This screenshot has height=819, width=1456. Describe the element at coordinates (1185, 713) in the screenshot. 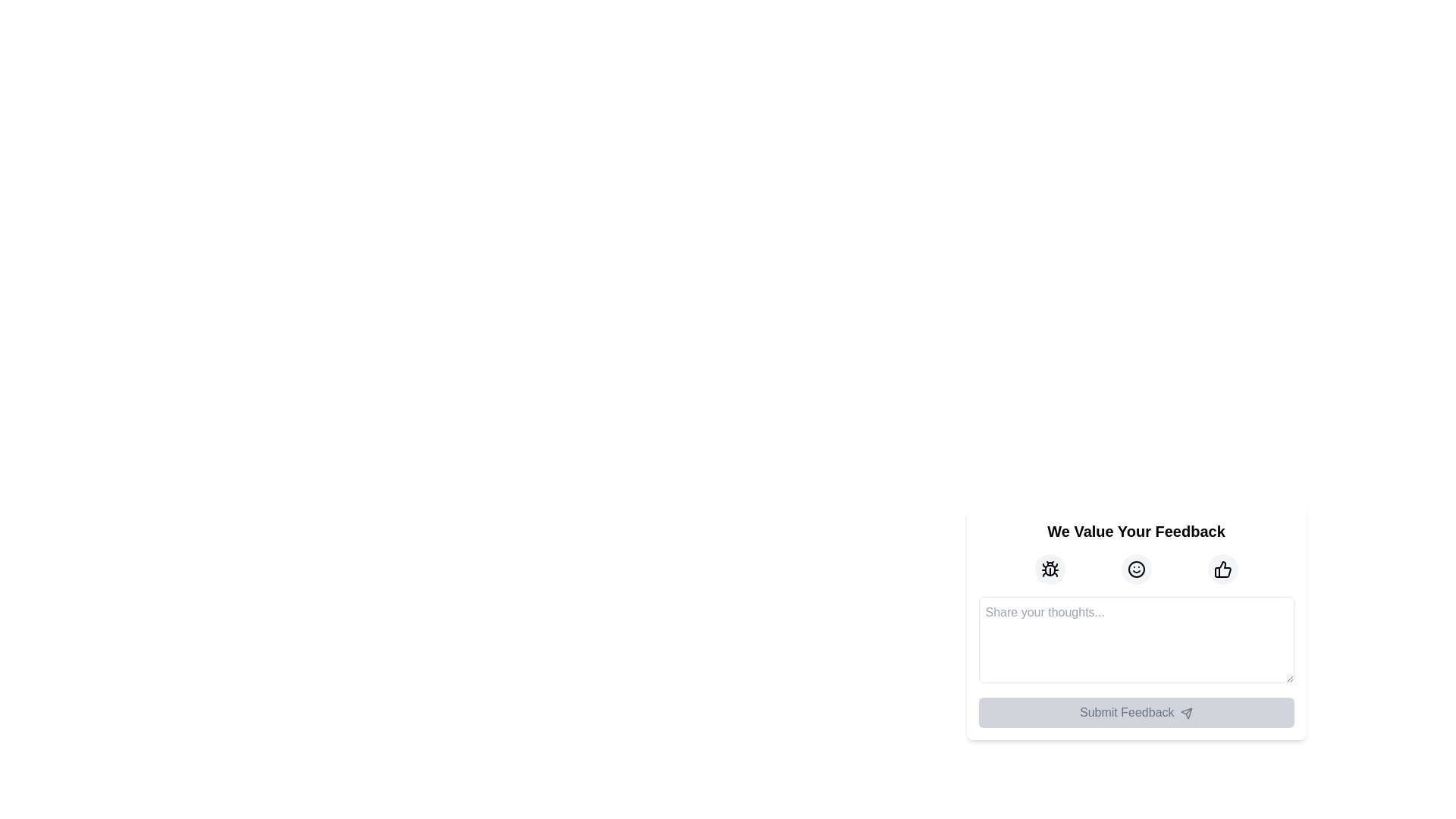

I see `the triangular SVG vector graphic element resembling a paper plane, located within the feedback submission panel, to trigger related functionality` at that location.